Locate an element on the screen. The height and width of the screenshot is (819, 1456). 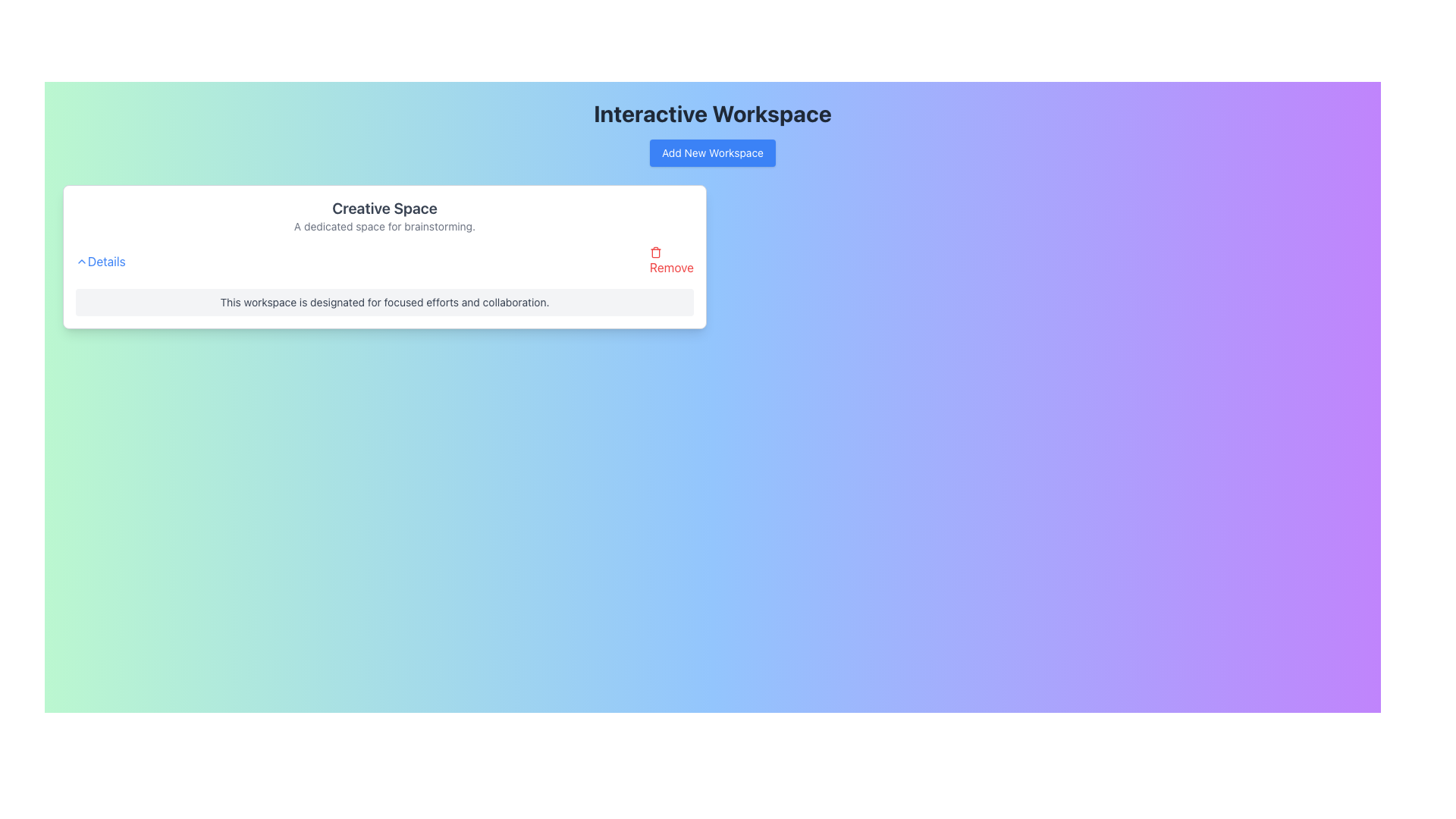
the red outlined trash can icon located to the left of the word 'Remove' within the 'Creative Space' card is located at coordinates (655, 251).